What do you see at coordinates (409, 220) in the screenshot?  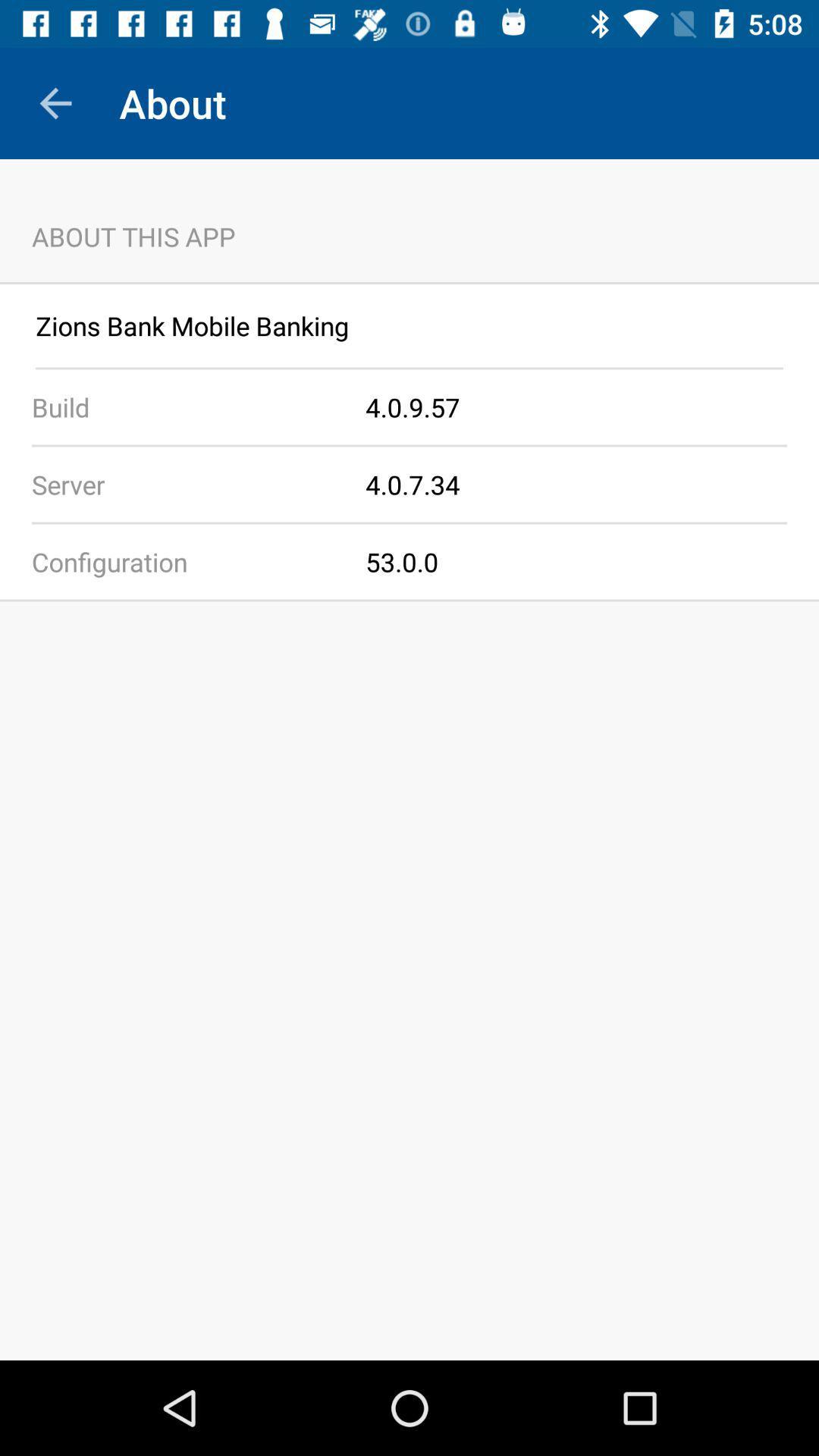 I see `about this app` at bounding box center [409, 220].